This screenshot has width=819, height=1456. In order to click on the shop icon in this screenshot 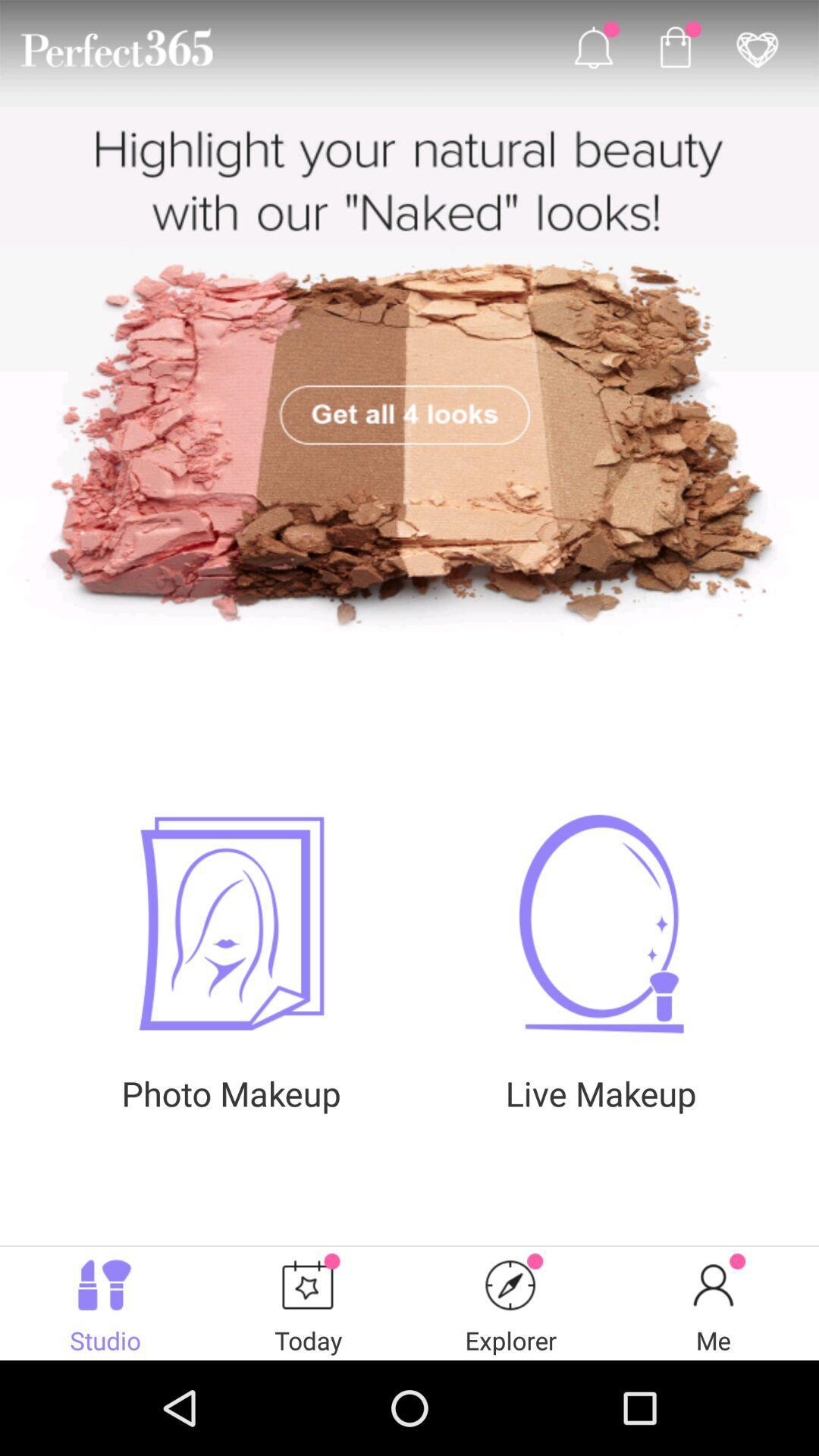, I will do `click(674, 51)`.